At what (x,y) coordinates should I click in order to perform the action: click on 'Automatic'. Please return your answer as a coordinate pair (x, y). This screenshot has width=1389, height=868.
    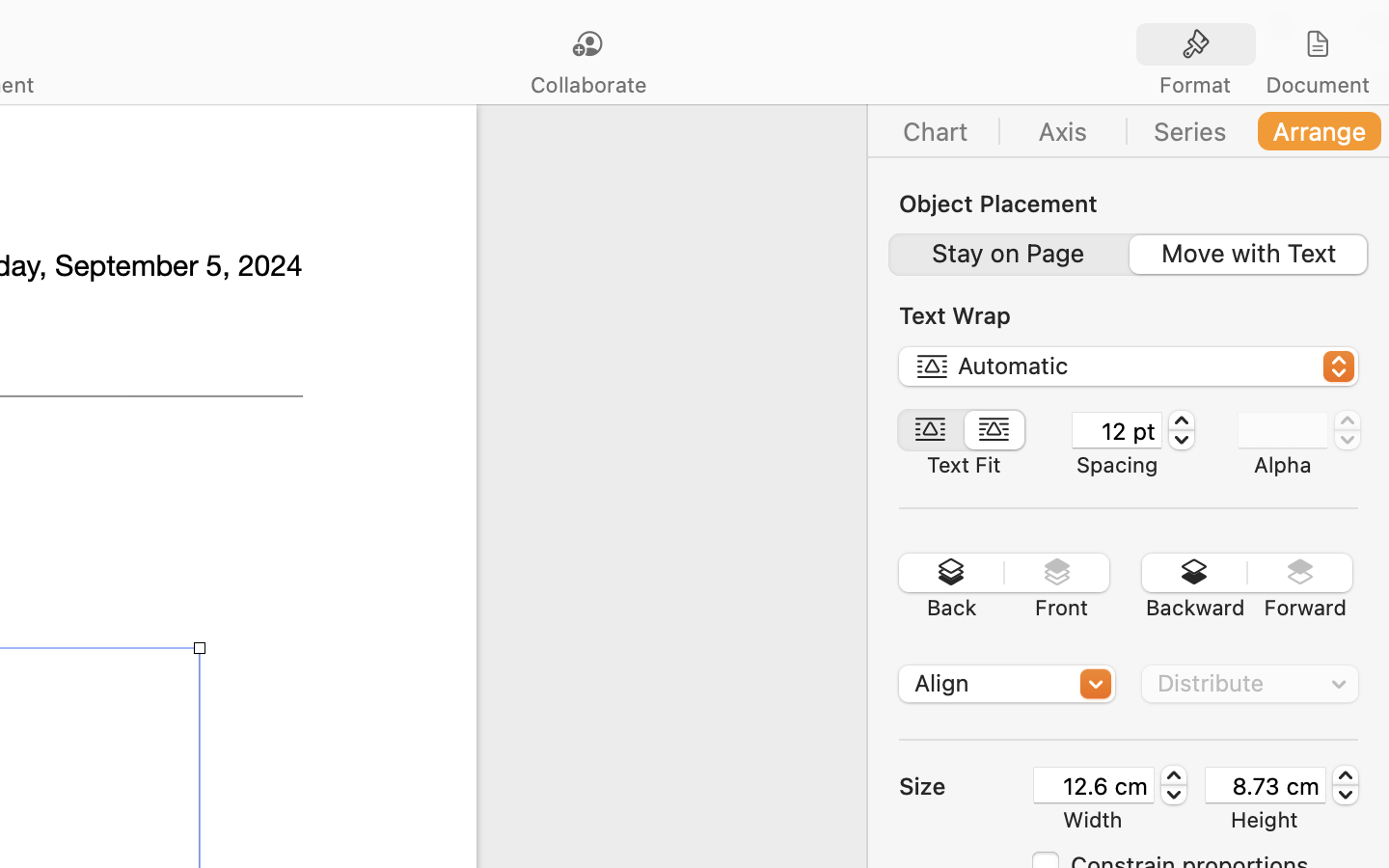
    Looking at the image, I should click on (1130, 369).